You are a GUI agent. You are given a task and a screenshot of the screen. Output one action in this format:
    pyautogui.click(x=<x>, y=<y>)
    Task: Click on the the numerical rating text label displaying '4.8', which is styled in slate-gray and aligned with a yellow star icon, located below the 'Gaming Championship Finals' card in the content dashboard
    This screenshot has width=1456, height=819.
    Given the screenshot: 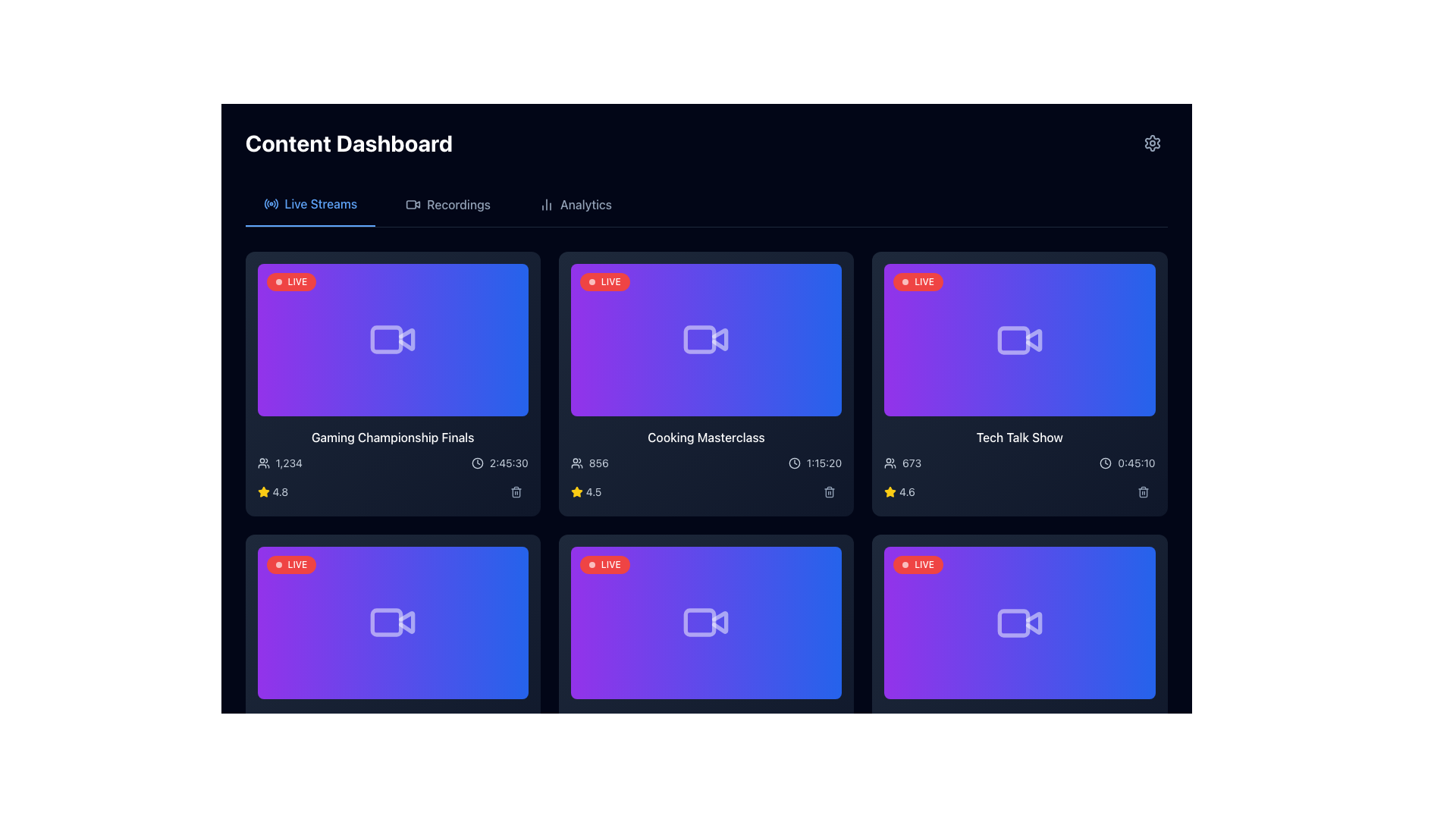 What is the action you would take?
    pyautogui.click(x=280, y=491)
    